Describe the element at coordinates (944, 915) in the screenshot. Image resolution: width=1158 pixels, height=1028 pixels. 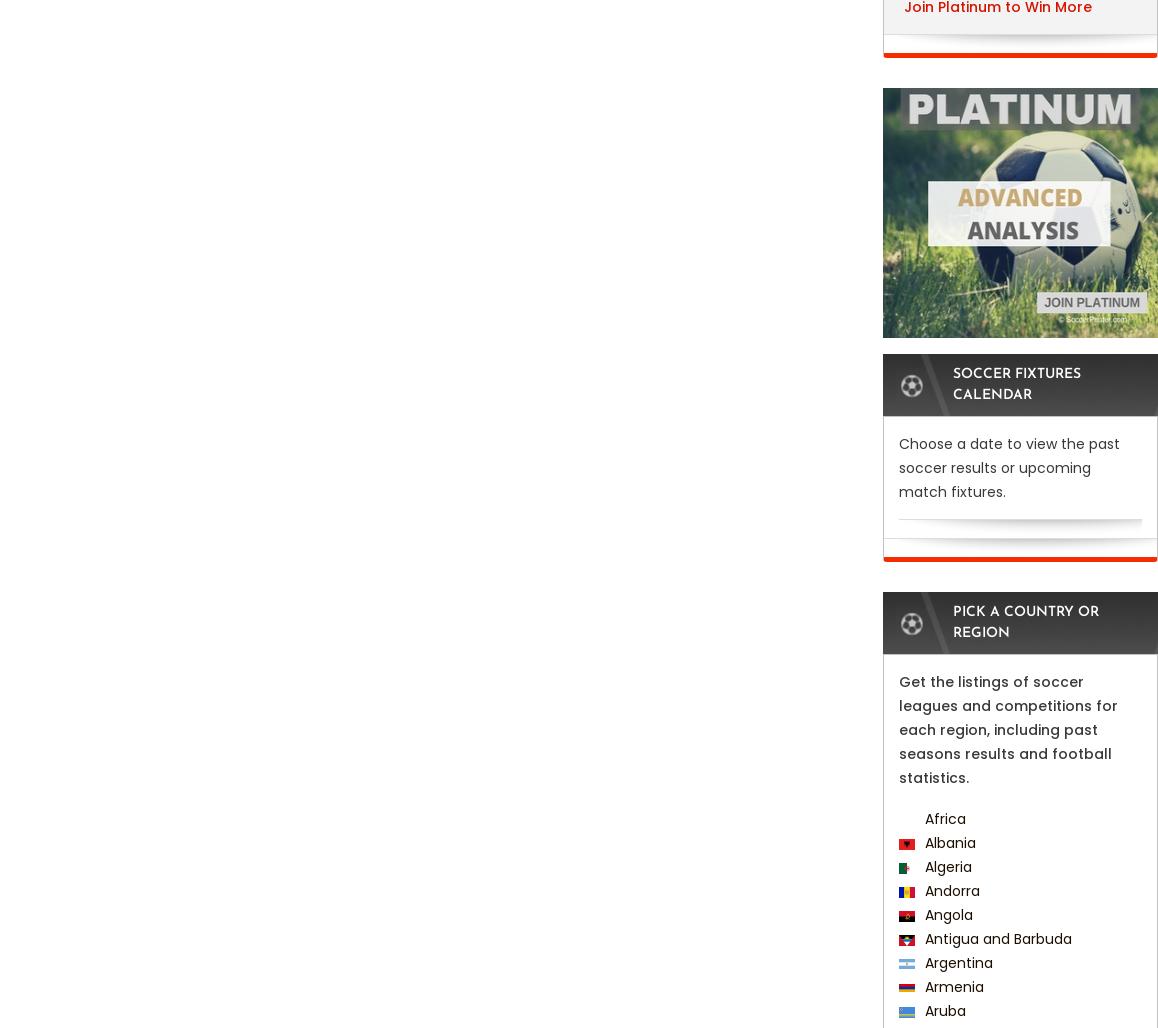
I see `'Angola'` at that location.